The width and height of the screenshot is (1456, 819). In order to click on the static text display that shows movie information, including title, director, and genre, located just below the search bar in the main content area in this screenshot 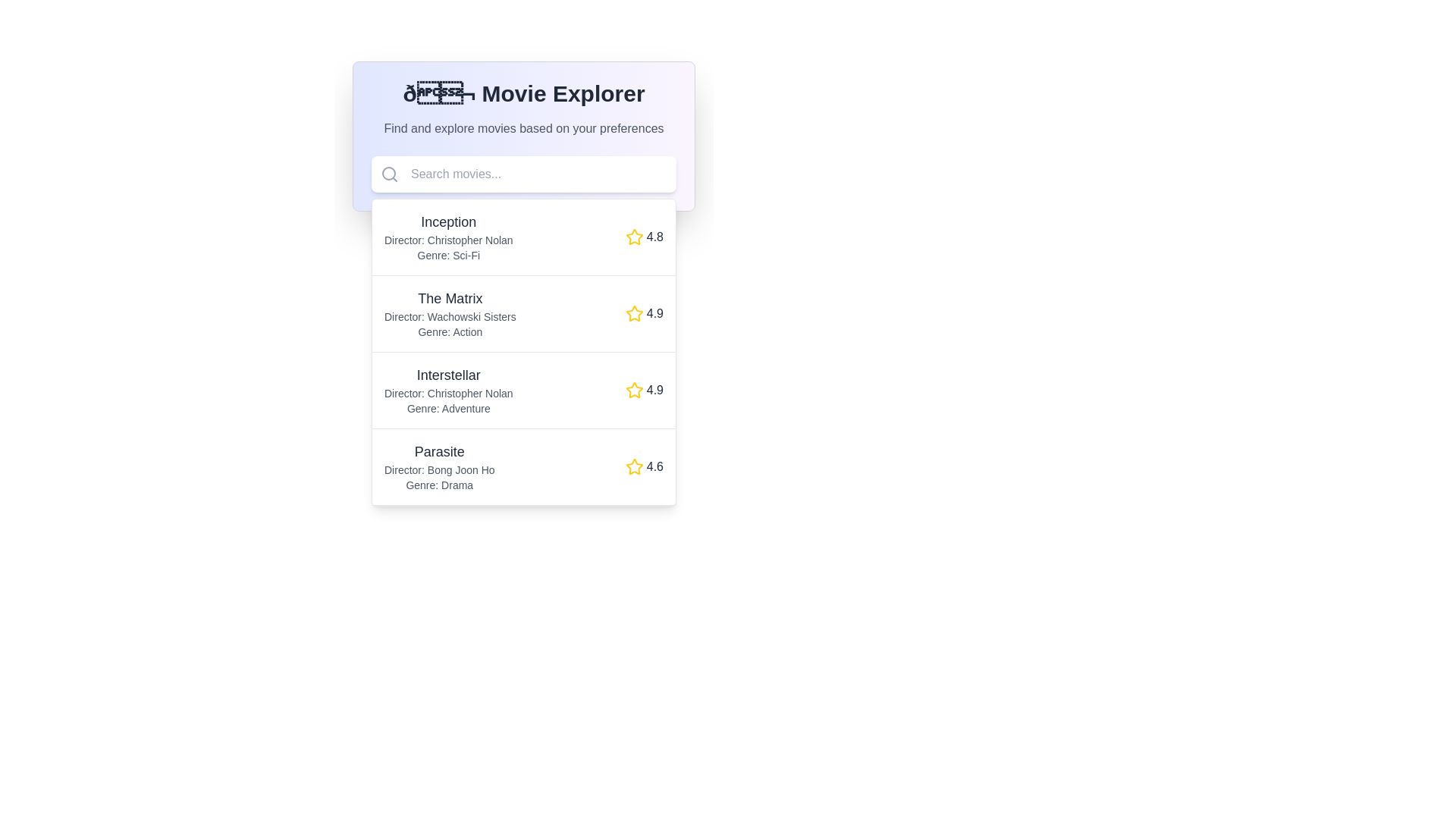, I will do `click(447, 237)`.